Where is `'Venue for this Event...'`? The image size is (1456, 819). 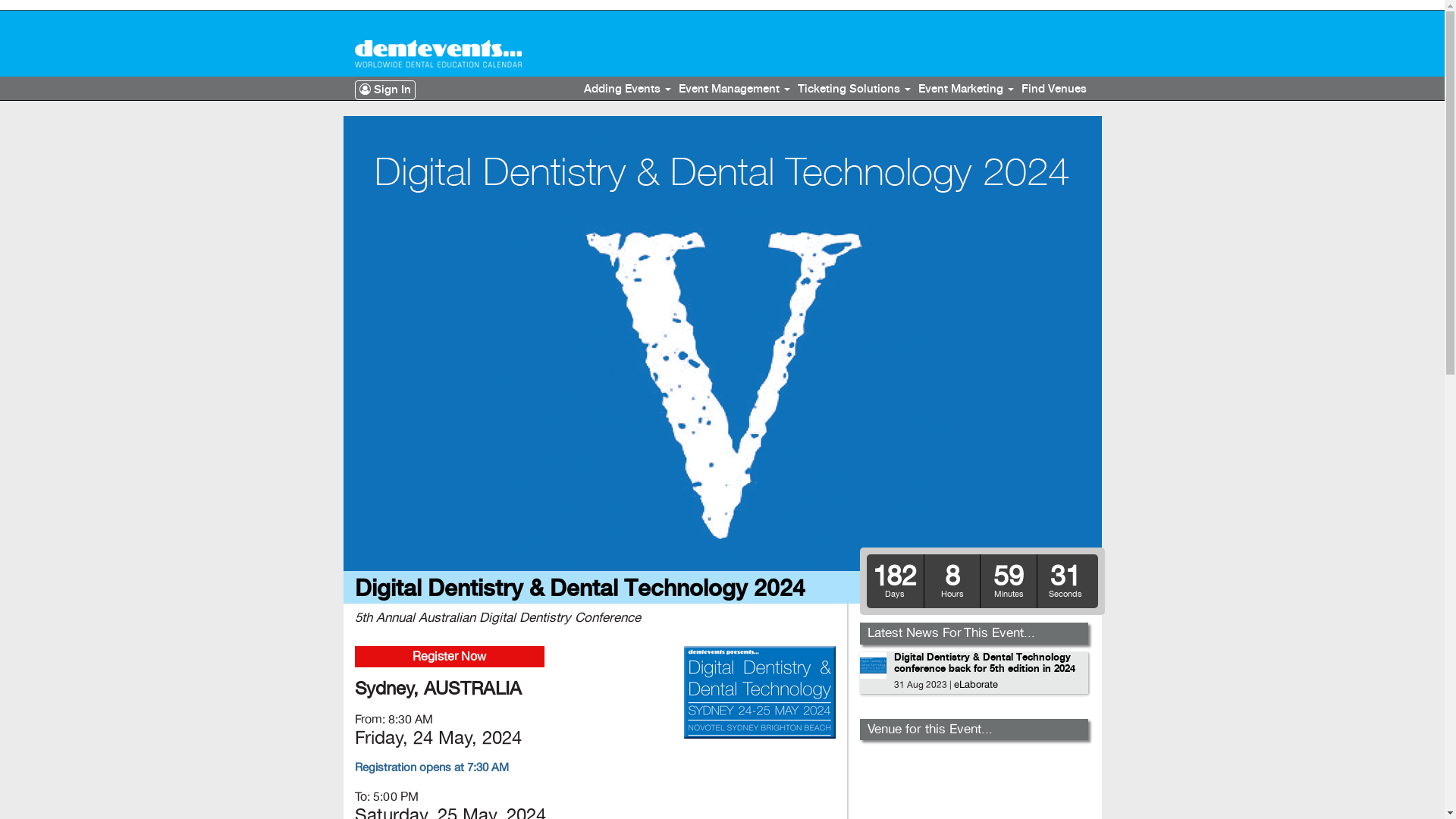 'Venue for this Event...' is located at coordinates (867, 728).